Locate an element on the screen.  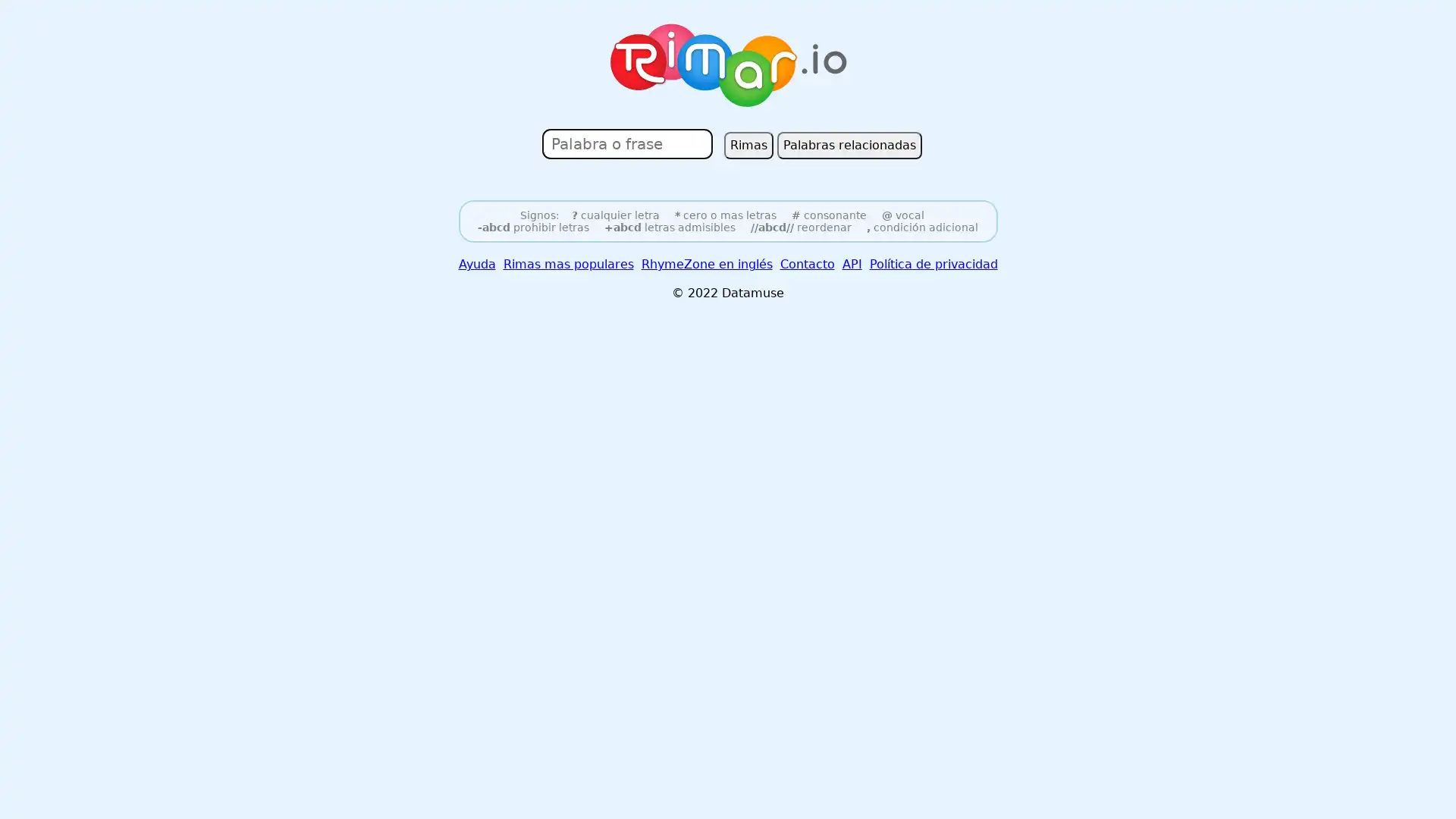
Rimas is located at coordinates (748, 145).